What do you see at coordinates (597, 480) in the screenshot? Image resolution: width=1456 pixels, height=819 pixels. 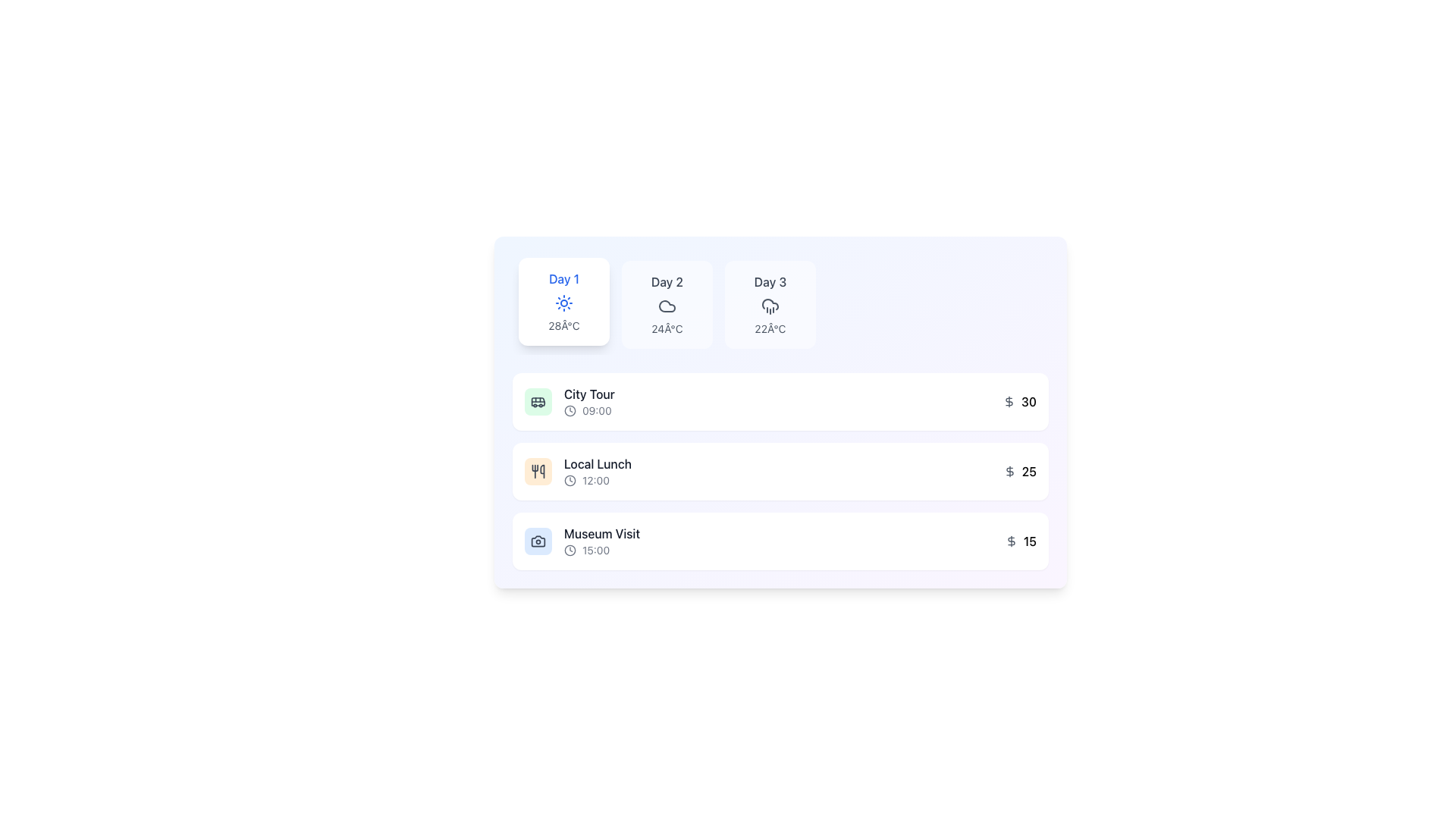 I see `the time displayed in the Time indicator showing '12:00', which is accompanied by a small clock icon to its left, located under the 'Local Lunch' label` at bounding box center [597, 480].